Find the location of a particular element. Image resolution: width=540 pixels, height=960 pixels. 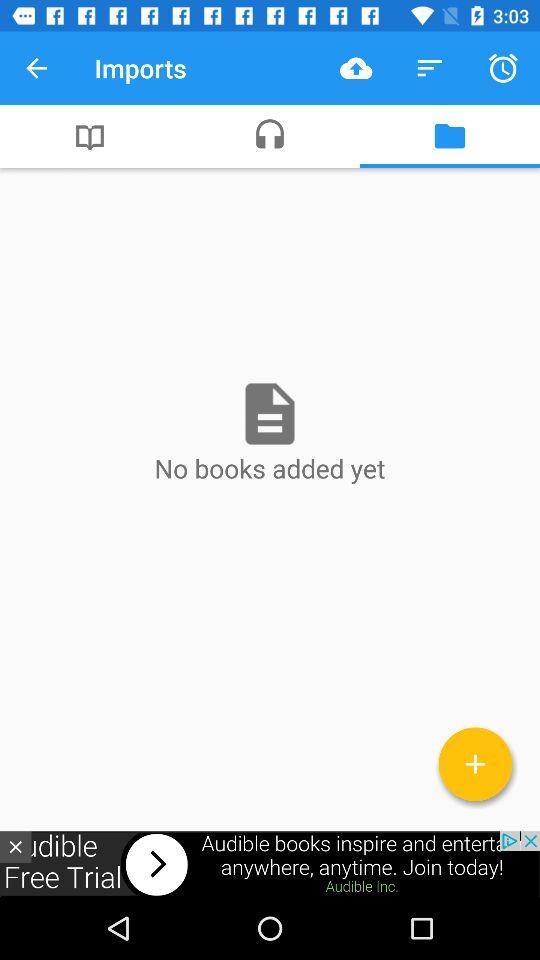

visit advertiser is located at coordinates (270, 863).